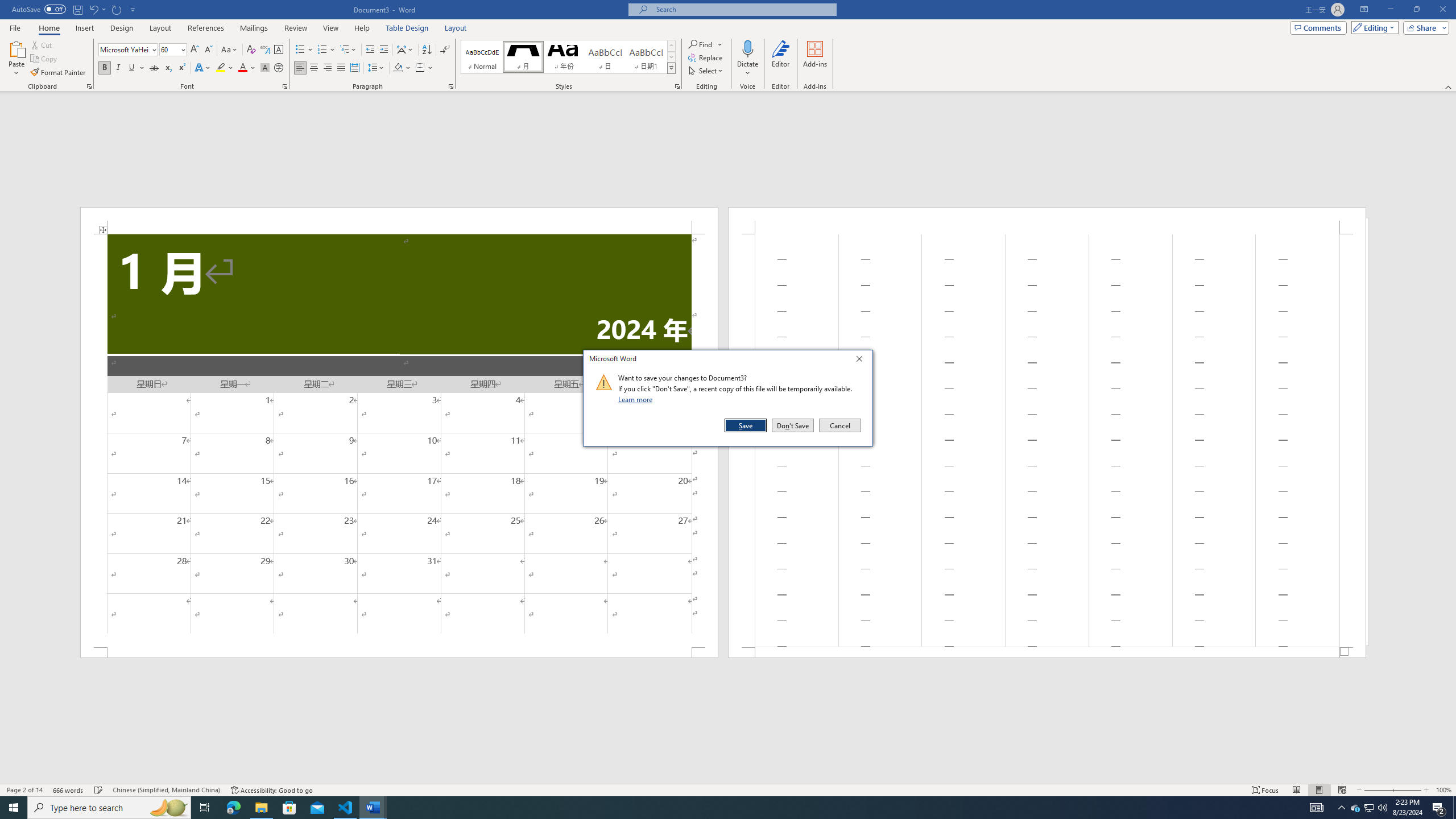 The height and width of the screenshot is (819, 1456). I want to click on 'Undo Apply Quick Style', so click(93, 9).